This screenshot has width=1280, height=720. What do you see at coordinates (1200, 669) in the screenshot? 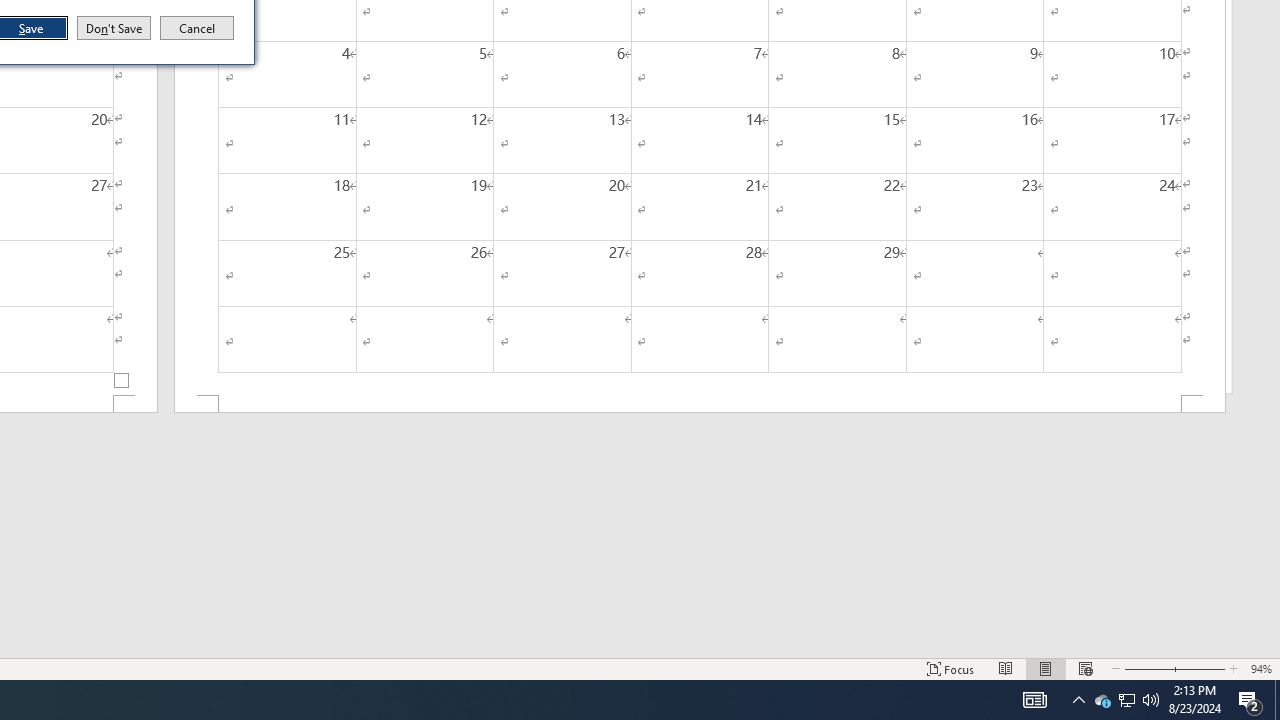
I see `'Zoom In'` at bounding box center [1200, 669].